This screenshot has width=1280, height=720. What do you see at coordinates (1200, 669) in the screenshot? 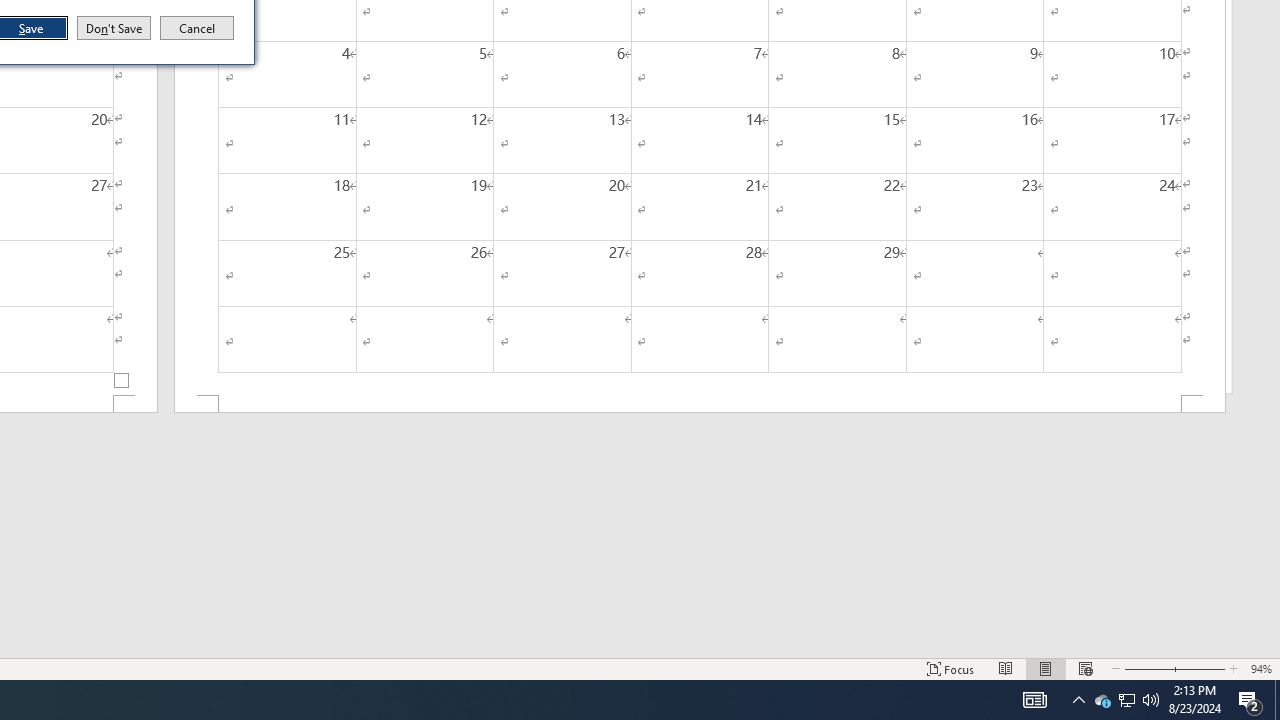
I see `'Zoom In'` at bounding box center [1200, 669].